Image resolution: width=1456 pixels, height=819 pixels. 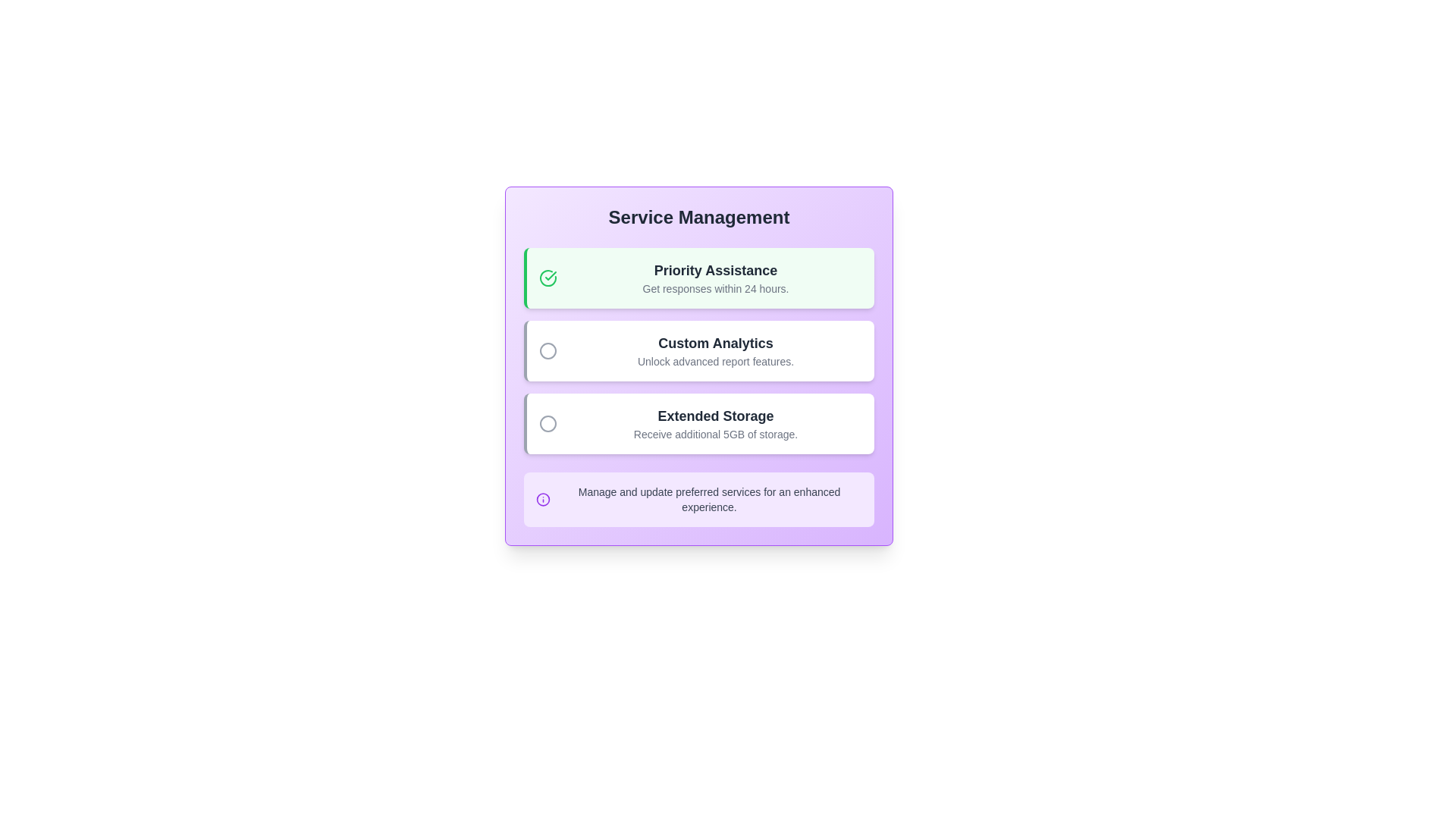 What do you see at coordinates (550, 275) in the screenshot?
I see `the checkmark icon indicating the active state for the 'Priority Assistance' service option, located within the green-highlighted area of the 'Service Management' section` at bounding box center [550, 275].